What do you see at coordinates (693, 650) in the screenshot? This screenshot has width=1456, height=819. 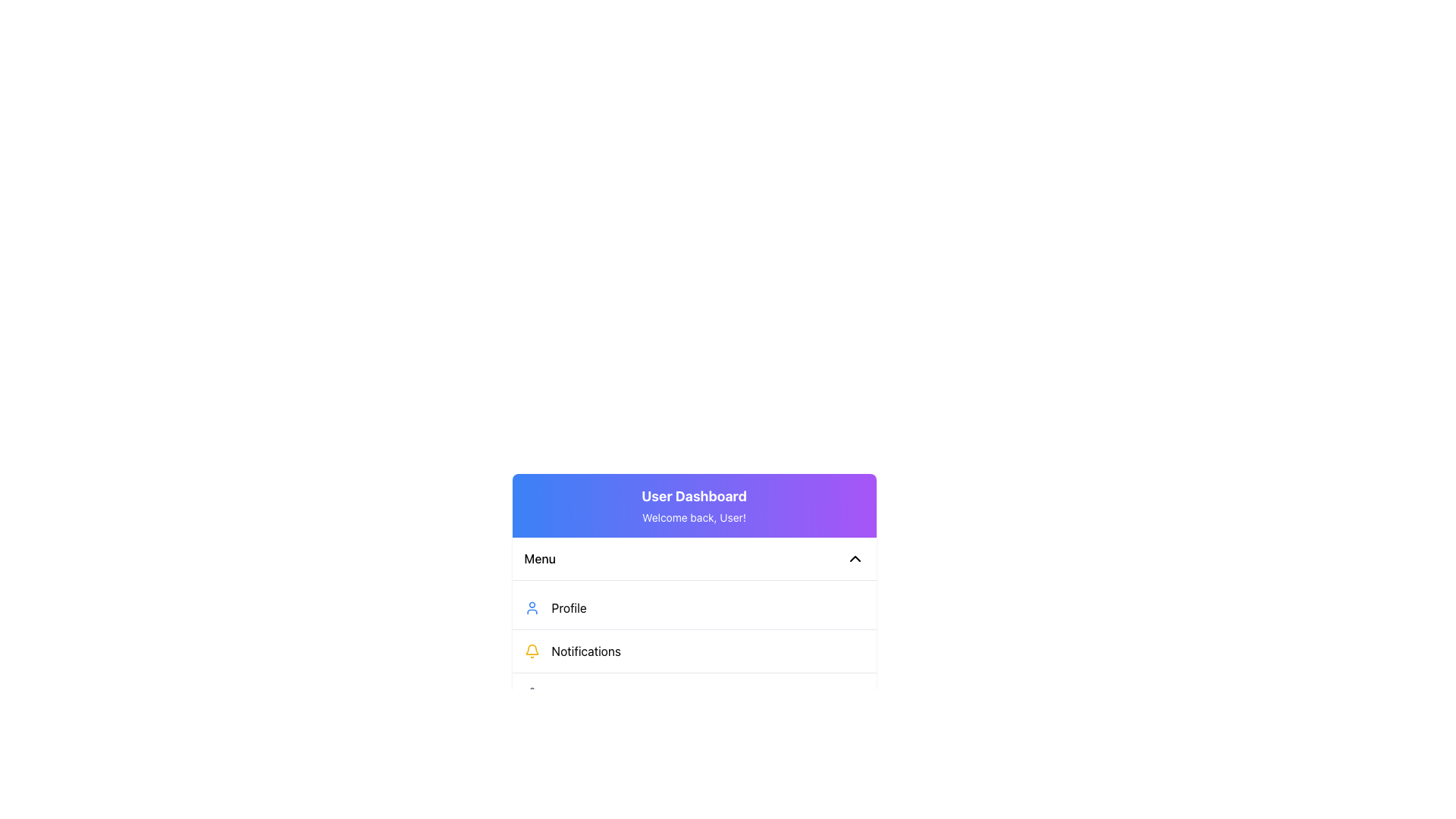 I see `the second menu item in the vertical list, which provides access to the Notifications page` at bounding box center [693, 650].